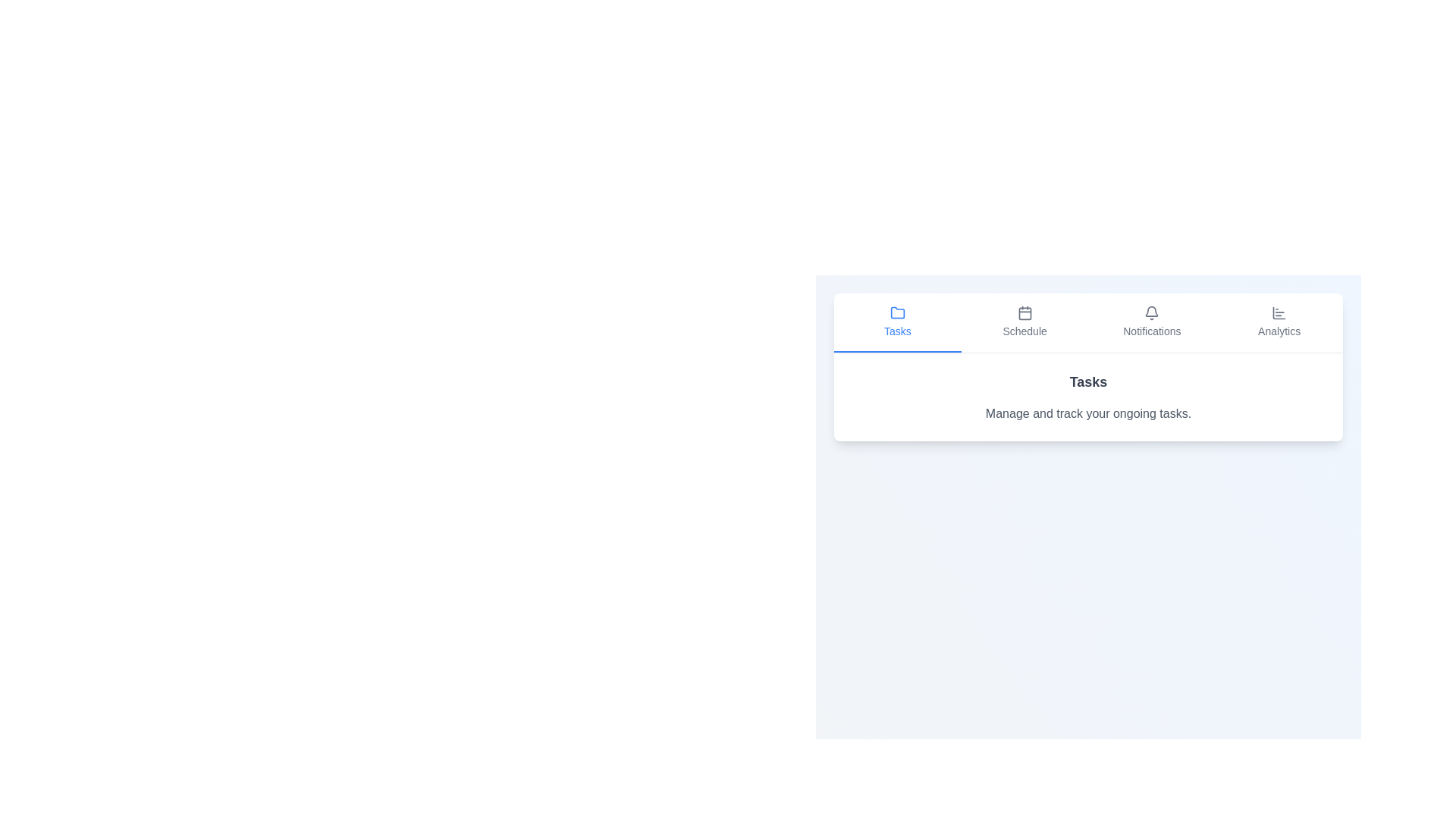 The width and height of the screenshot is (1456, 819). I want to click on the Analytics tab by clicking on its button, so click(1279, 322).